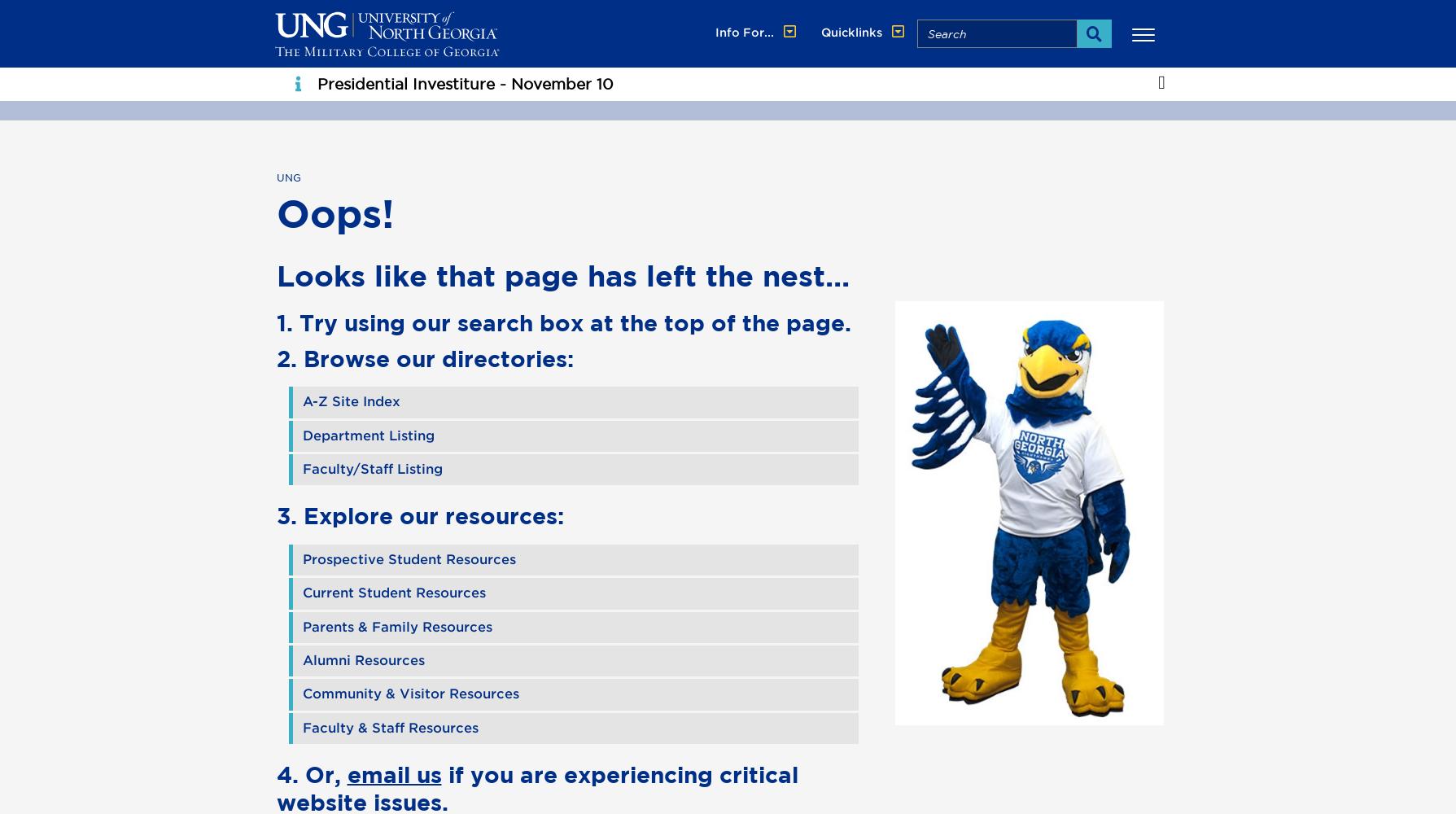 This screenshot has height=814, width=1456. What do you see at coordinates (562, 322) in the screenshot?
I see `'1. Try using our search box at the top of the page.'` at bounding box center [562, 322].